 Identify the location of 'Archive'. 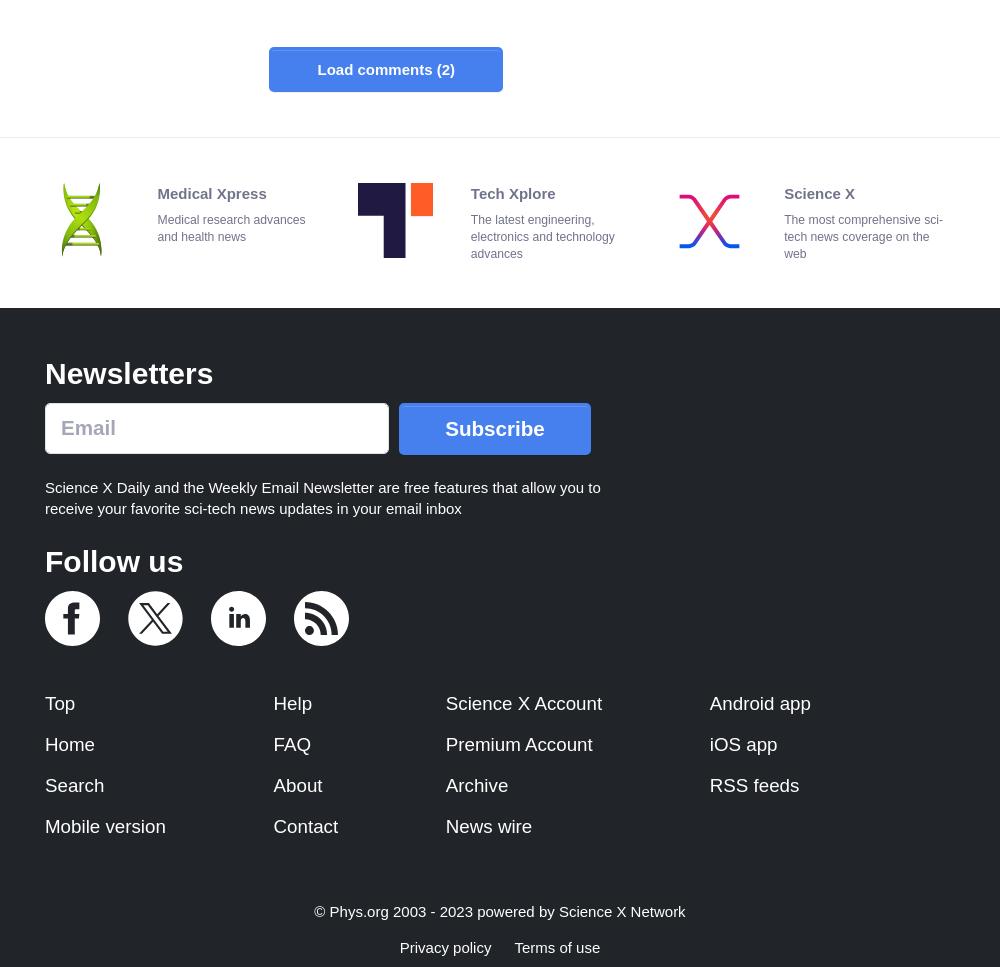
(475, 784).